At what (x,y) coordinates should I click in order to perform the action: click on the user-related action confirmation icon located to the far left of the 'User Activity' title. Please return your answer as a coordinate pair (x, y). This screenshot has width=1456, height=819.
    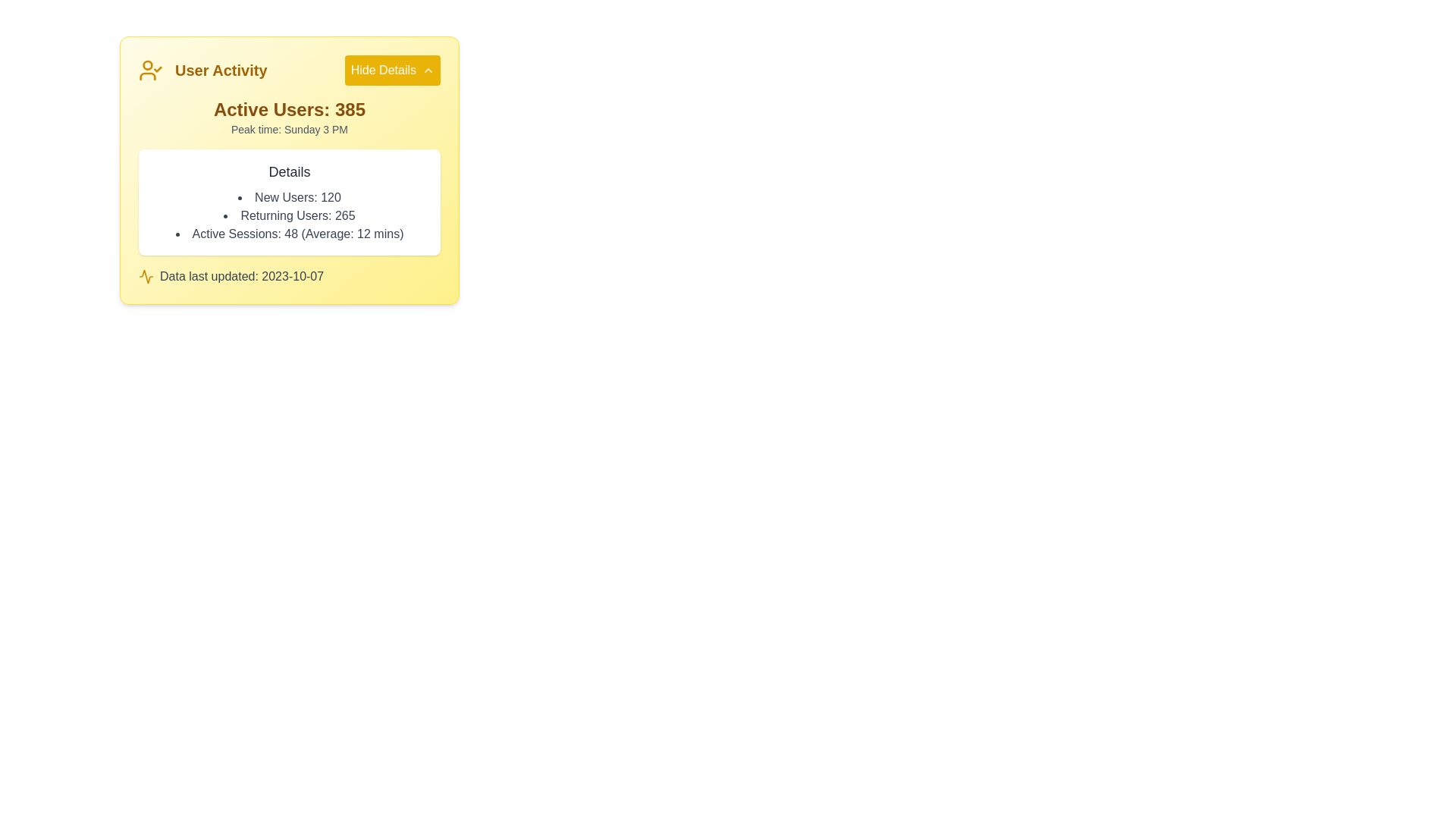
    Looking at the image, I should click on (150, 70).